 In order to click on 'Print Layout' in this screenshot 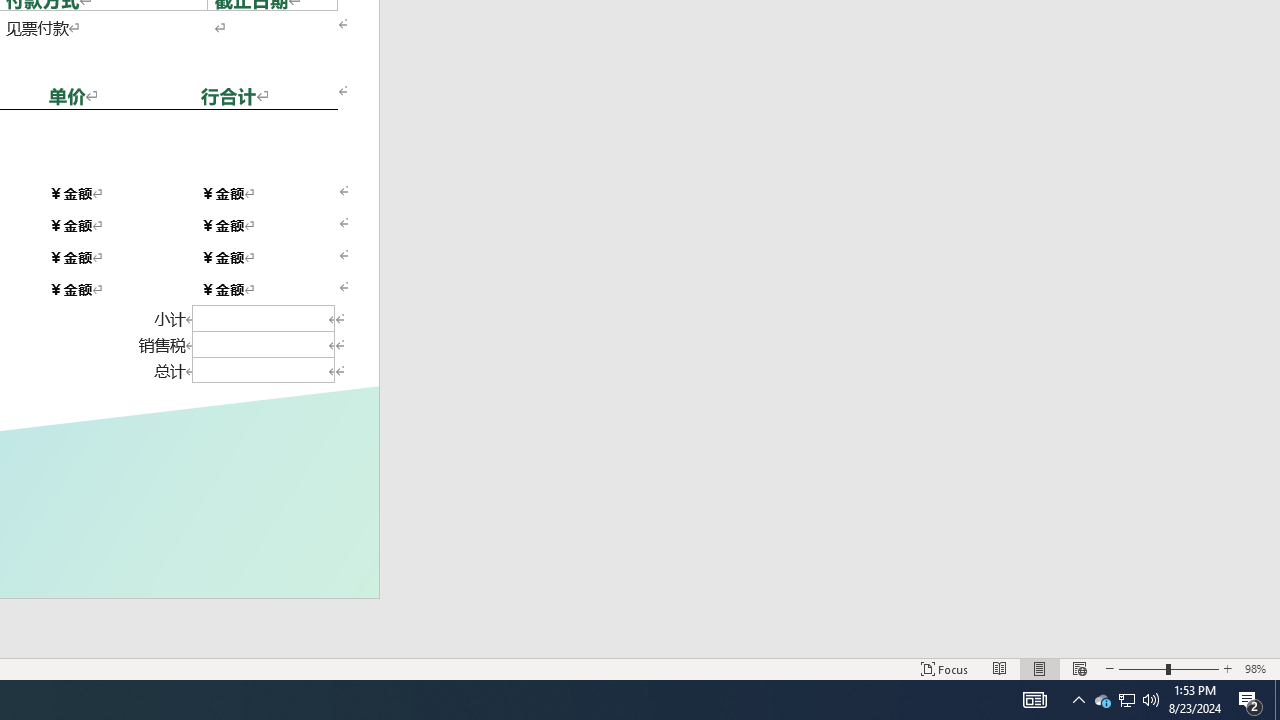, I will do `click(1040, 669)`.